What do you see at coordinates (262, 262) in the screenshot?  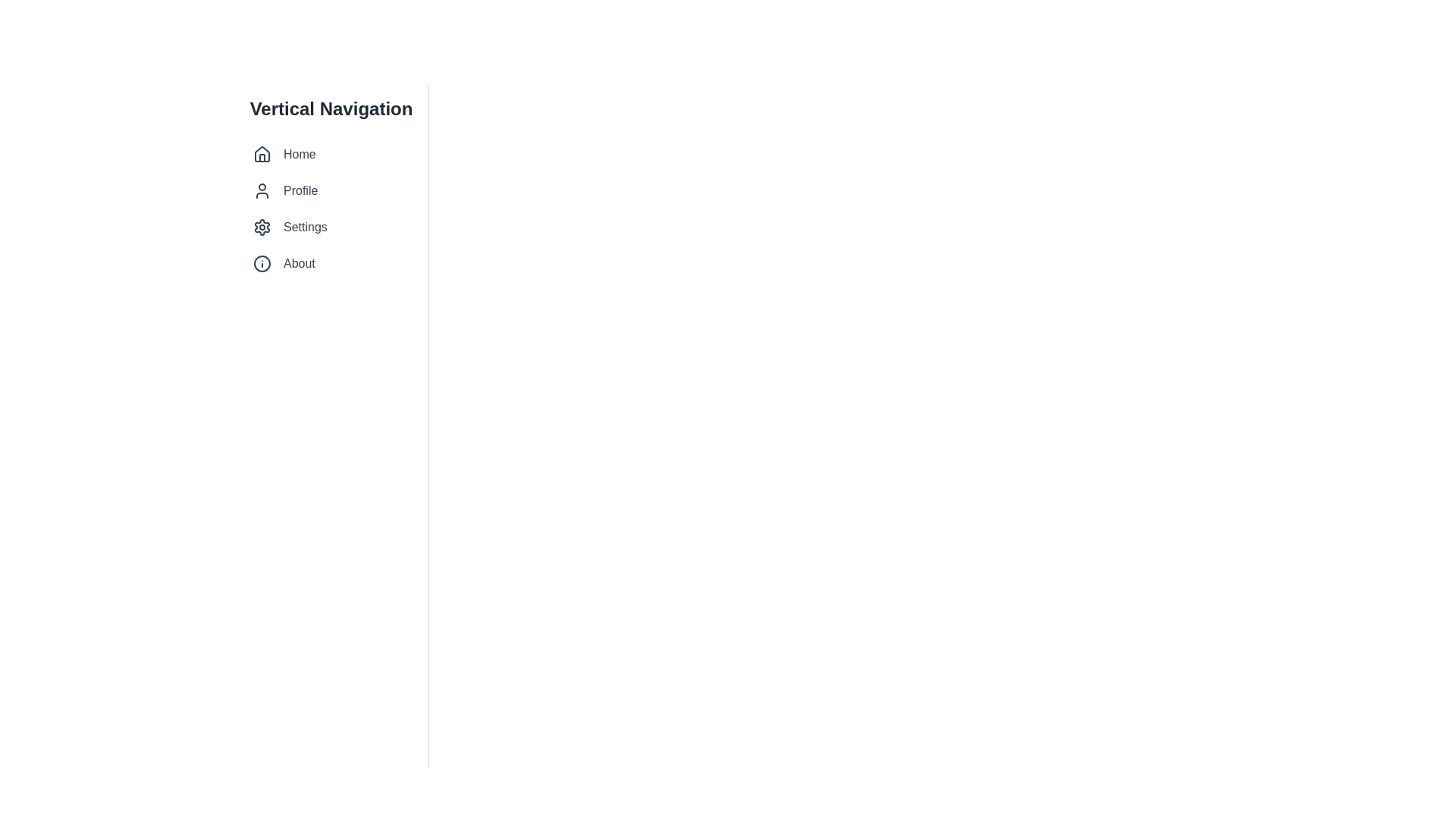 I see `the decorative graphical circle located at the center of the 'About' icon in the vertical navigation menu, which is part of an information symbol design` at bounding box center [262, 262].